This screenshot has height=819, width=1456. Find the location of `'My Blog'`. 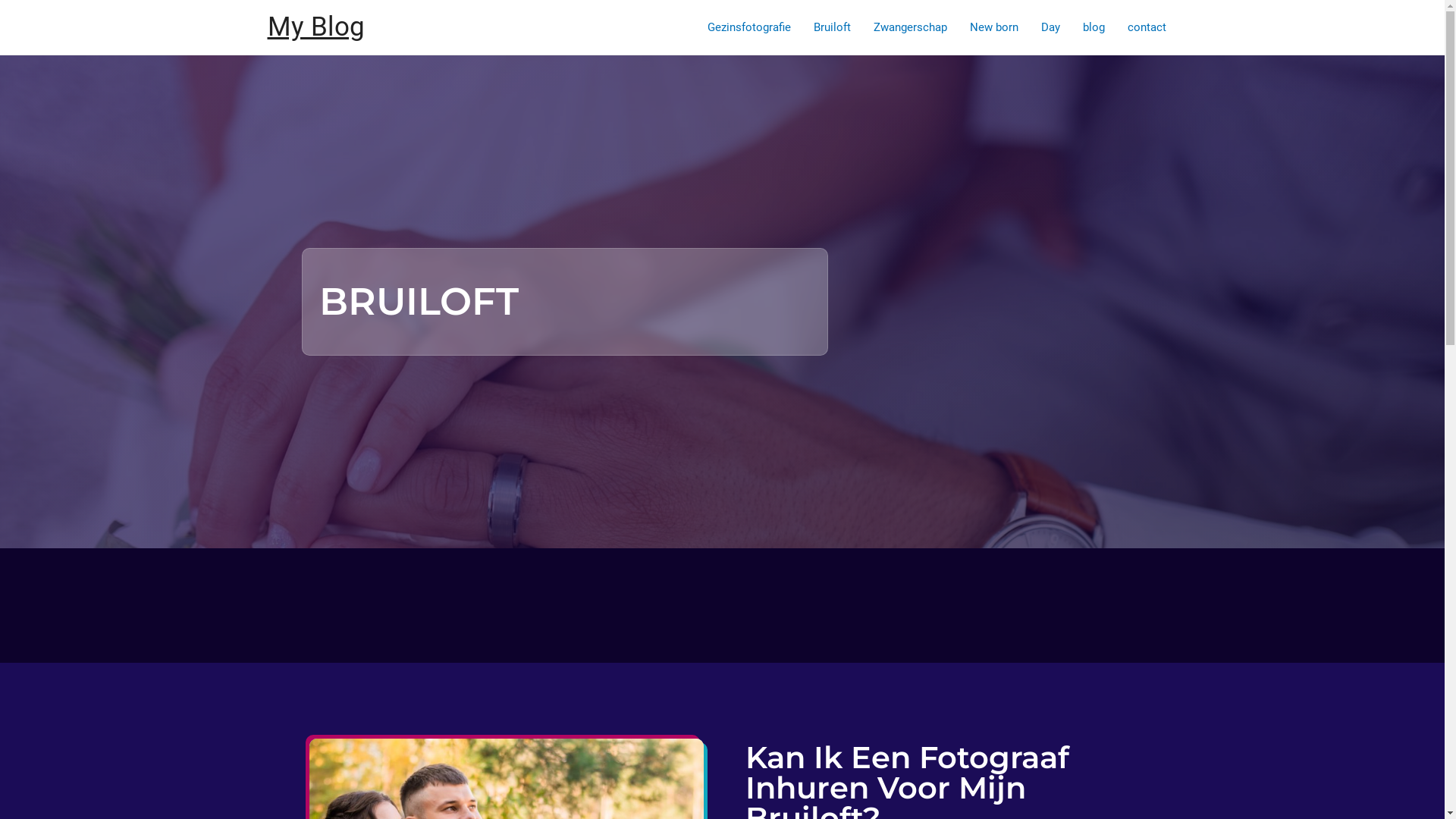

'My Blog' is located at coordinates (315, 27).